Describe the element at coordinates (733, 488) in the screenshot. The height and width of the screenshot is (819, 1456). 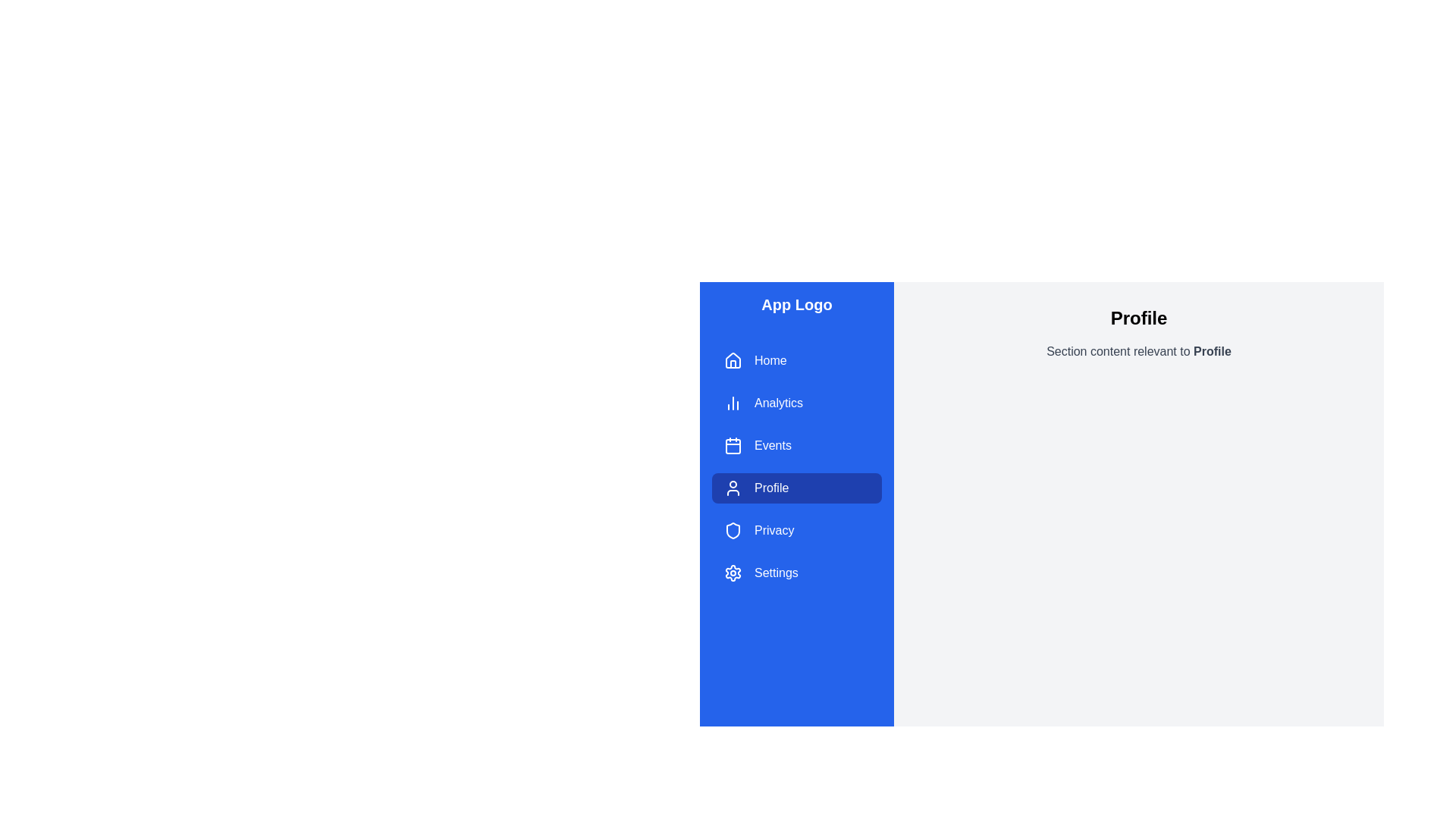
I see `the profile menu icon located in the left-side menu, fourth item labeled 'Profile'` at that location.